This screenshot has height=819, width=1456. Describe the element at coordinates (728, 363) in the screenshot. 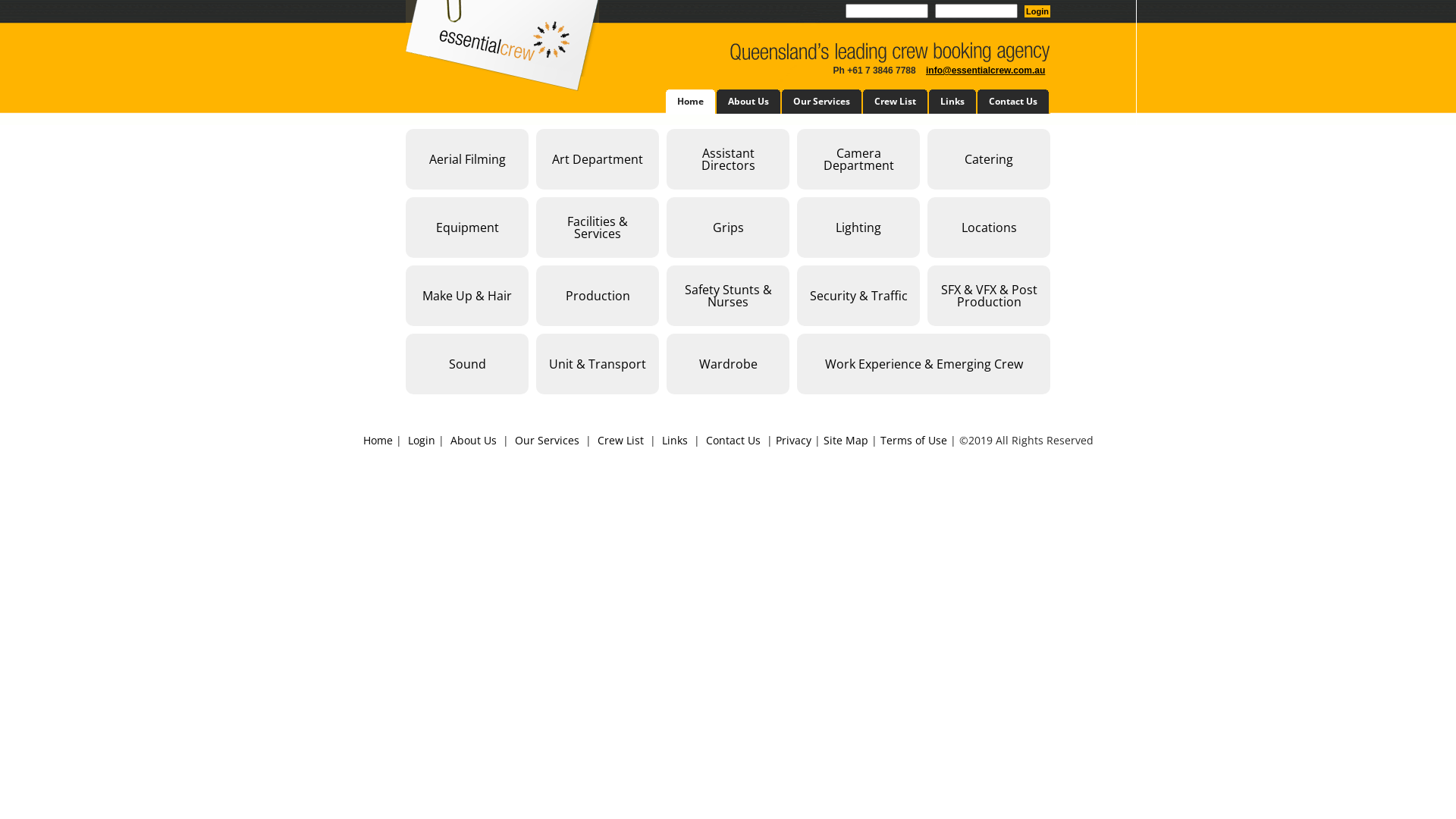

I see `'Wardrobe'` at that location.